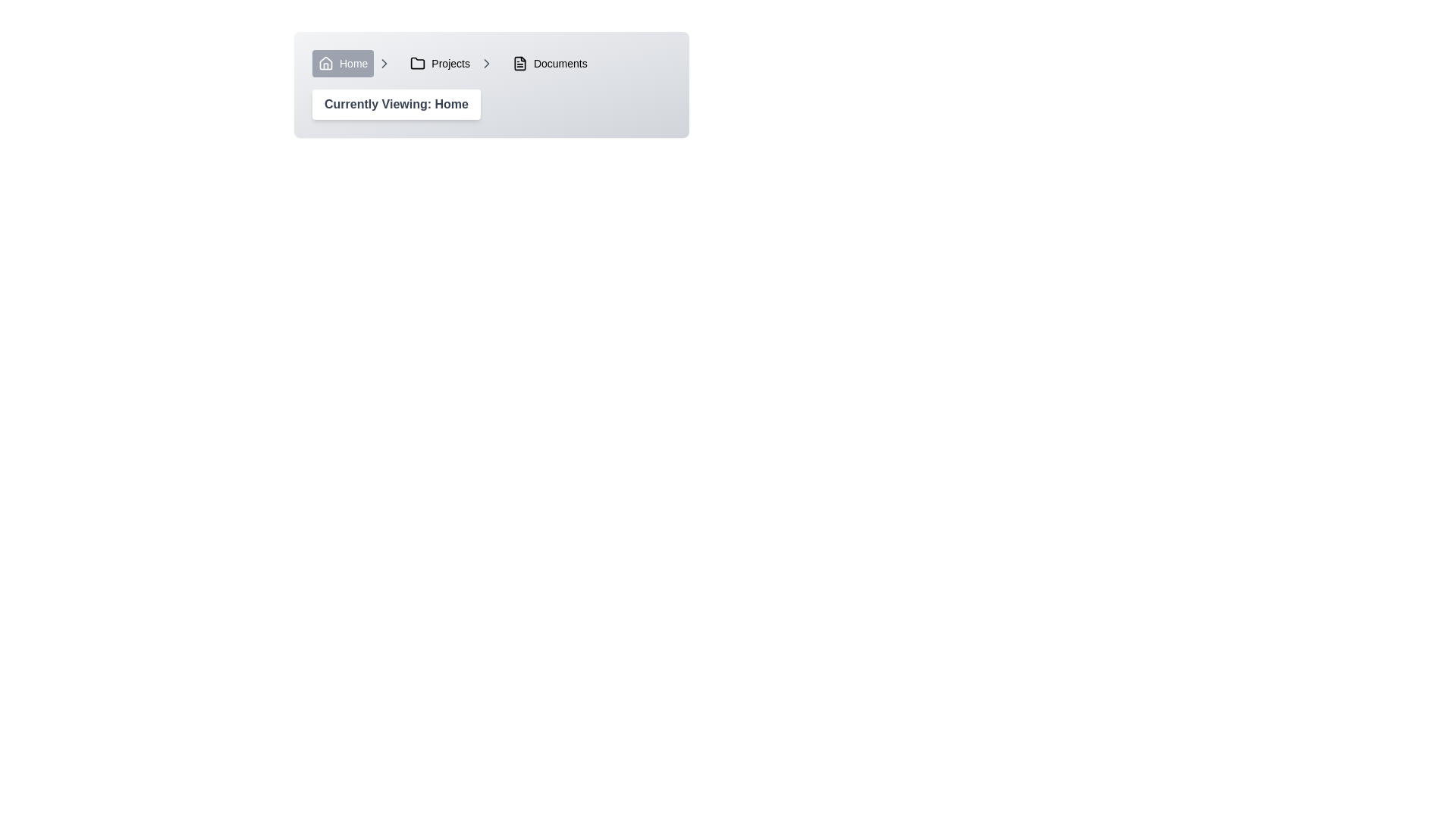  What do you see at coordinates (448, 63) in the screenshot?
I see `the 'Projects' navigation link in the breadcrumb navigation bar` at bounding box center [448, 63].